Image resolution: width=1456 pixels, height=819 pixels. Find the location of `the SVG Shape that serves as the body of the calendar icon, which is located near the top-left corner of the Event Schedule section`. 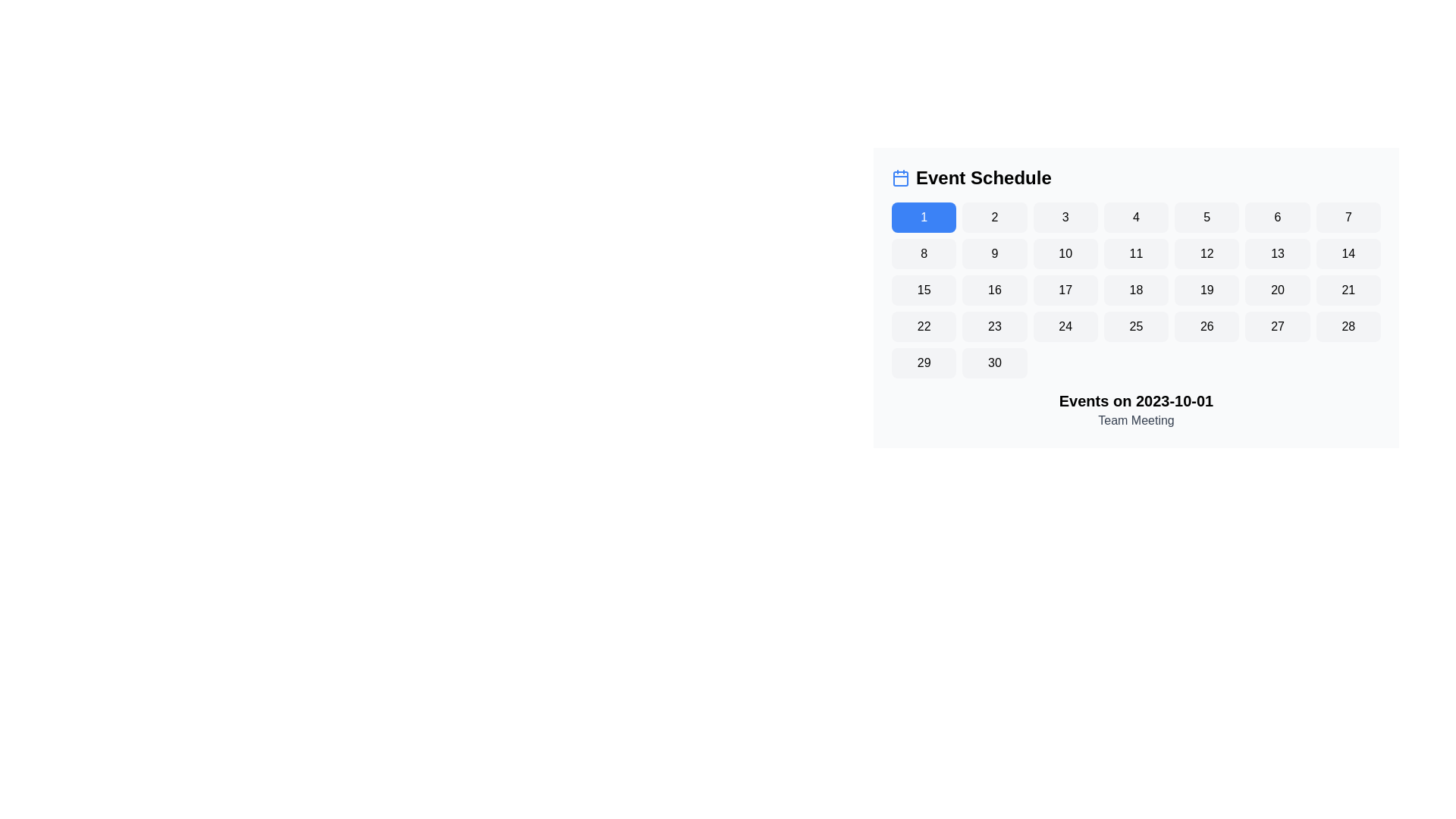

the SVG Shape that serves as the body of the calendar icon, which is located near the top-left corner of the Event Schedule section is located at coordinates (901, 177).